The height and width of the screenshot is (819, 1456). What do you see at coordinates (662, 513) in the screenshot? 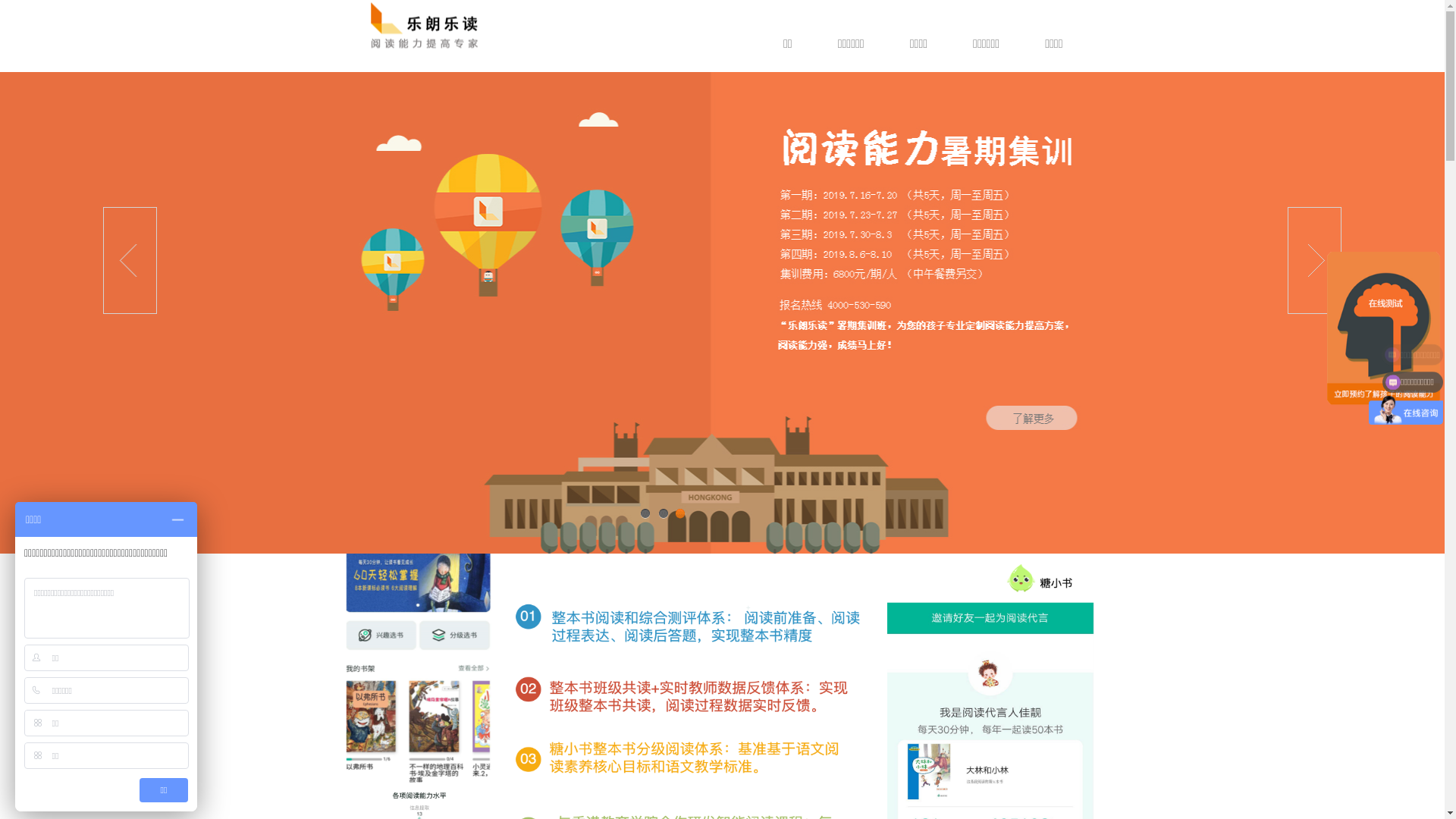
I see `'2'` at bounding box center [662, 513].